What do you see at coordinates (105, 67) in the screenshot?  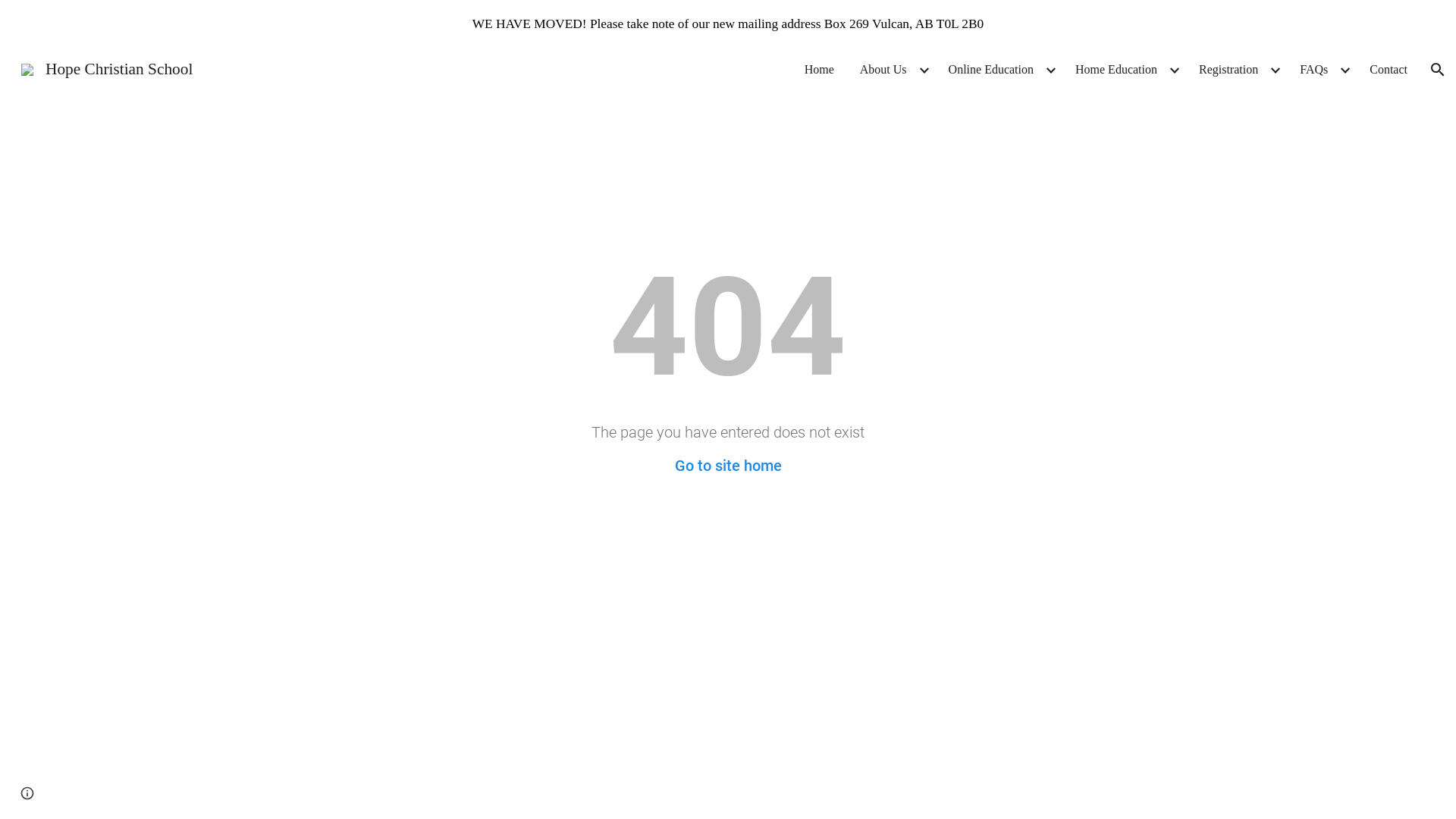 I see `'Hope Christian School'` at bounding box center [105, 67].